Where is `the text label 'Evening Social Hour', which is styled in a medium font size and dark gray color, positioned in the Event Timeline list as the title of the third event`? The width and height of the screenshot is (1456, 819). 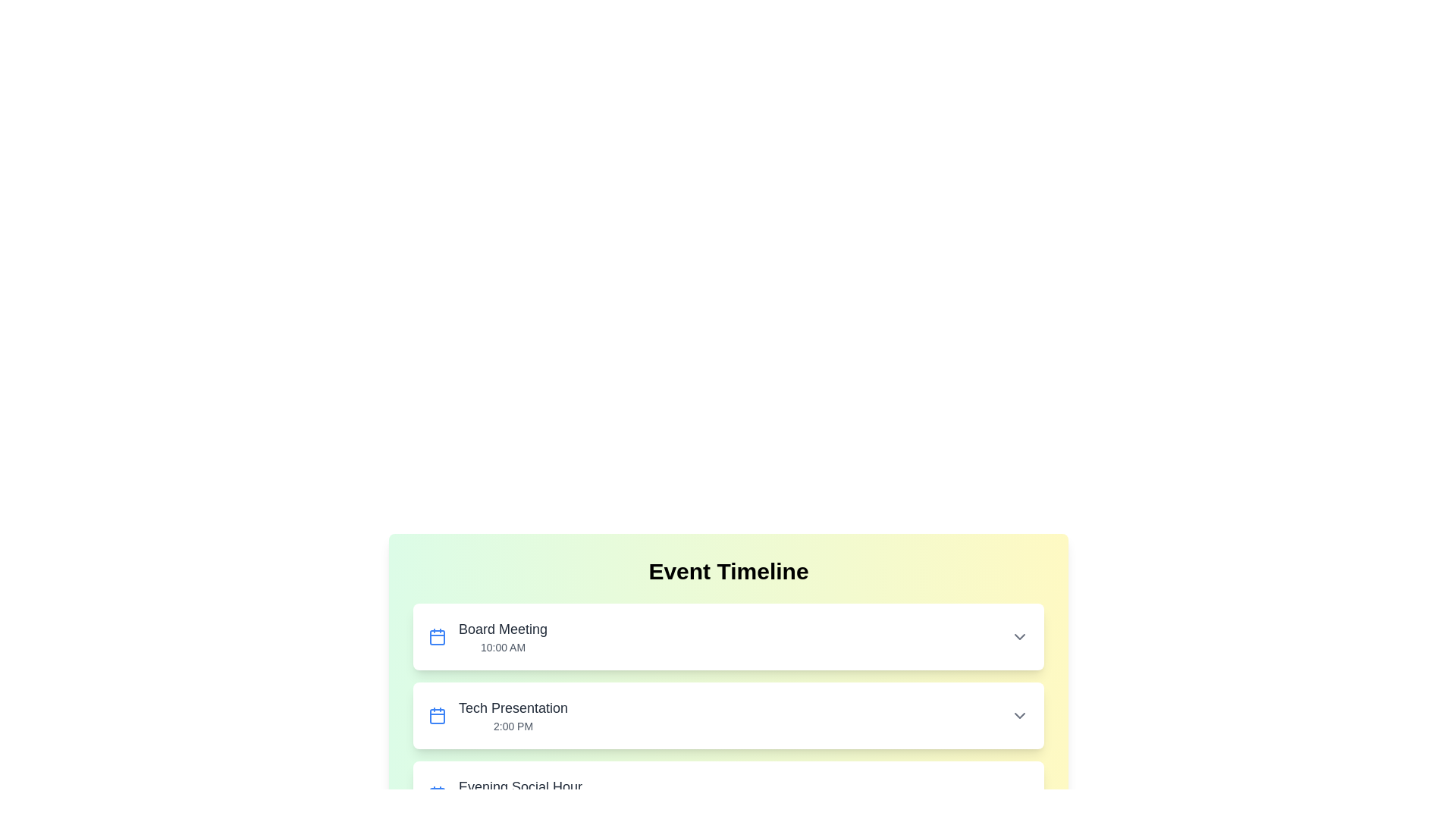
the text label 'Evening Social Hour', which is styled in a medium font size and dark gray color, positioned in the Event Timeline list as the title of the third event is located at coordinates (520, 786).